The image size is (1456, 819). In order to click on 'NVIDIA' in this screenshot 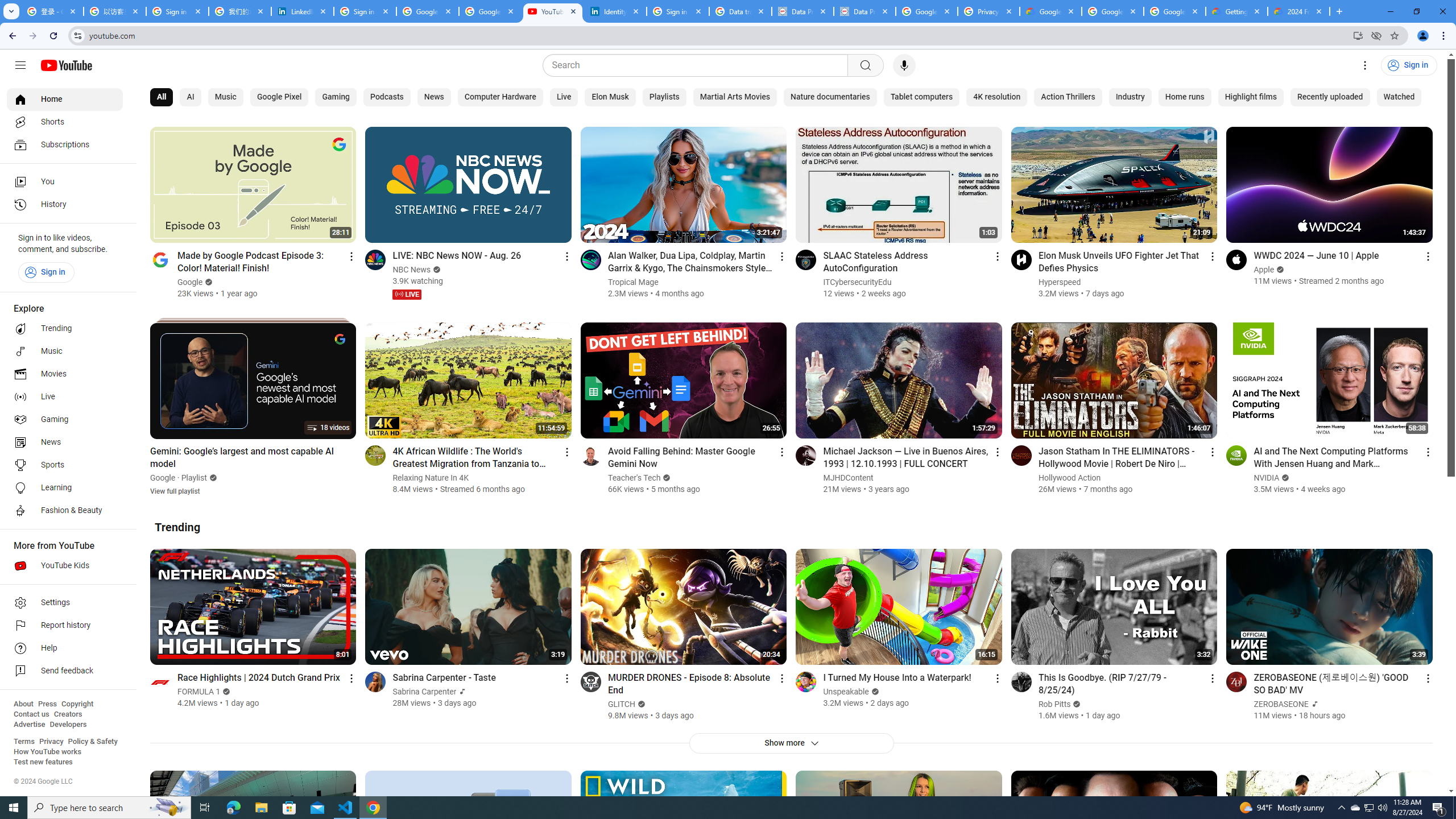, I will do `click(1266, 477)`.